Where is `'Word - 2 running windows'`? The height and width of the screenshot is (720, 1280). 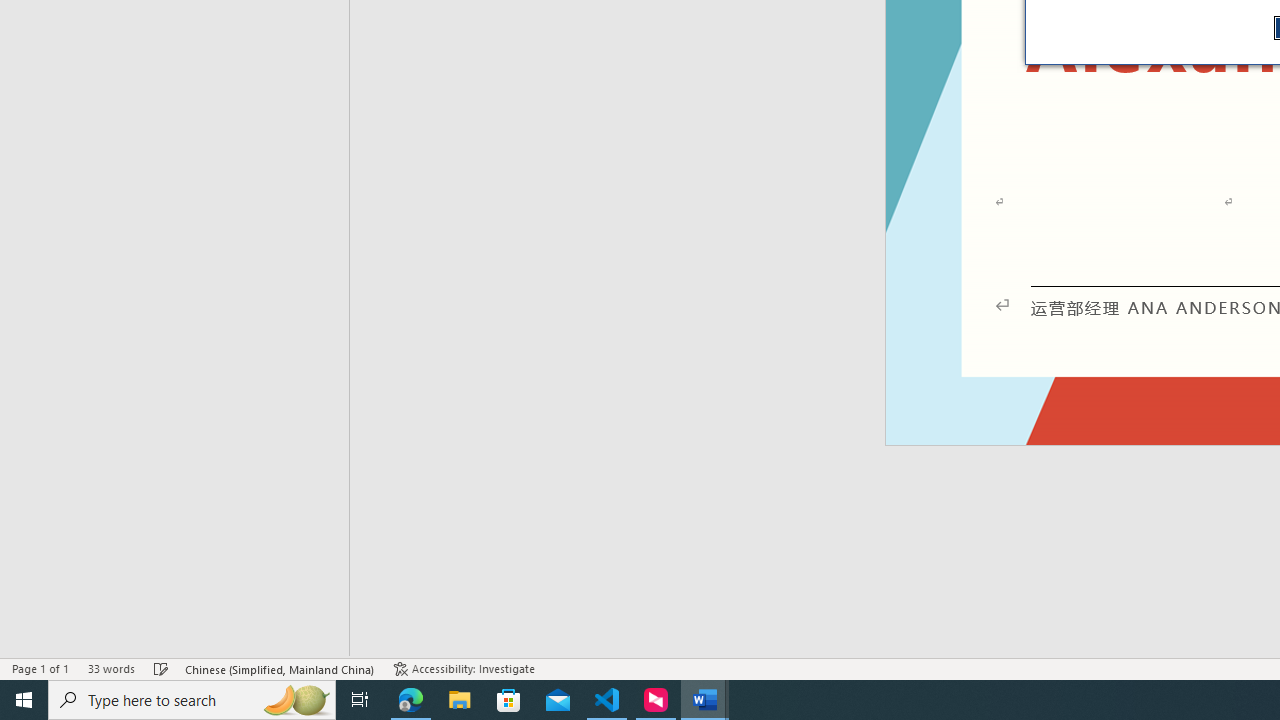 'Word - 2 running windows' is located at coordinates (705, 698).